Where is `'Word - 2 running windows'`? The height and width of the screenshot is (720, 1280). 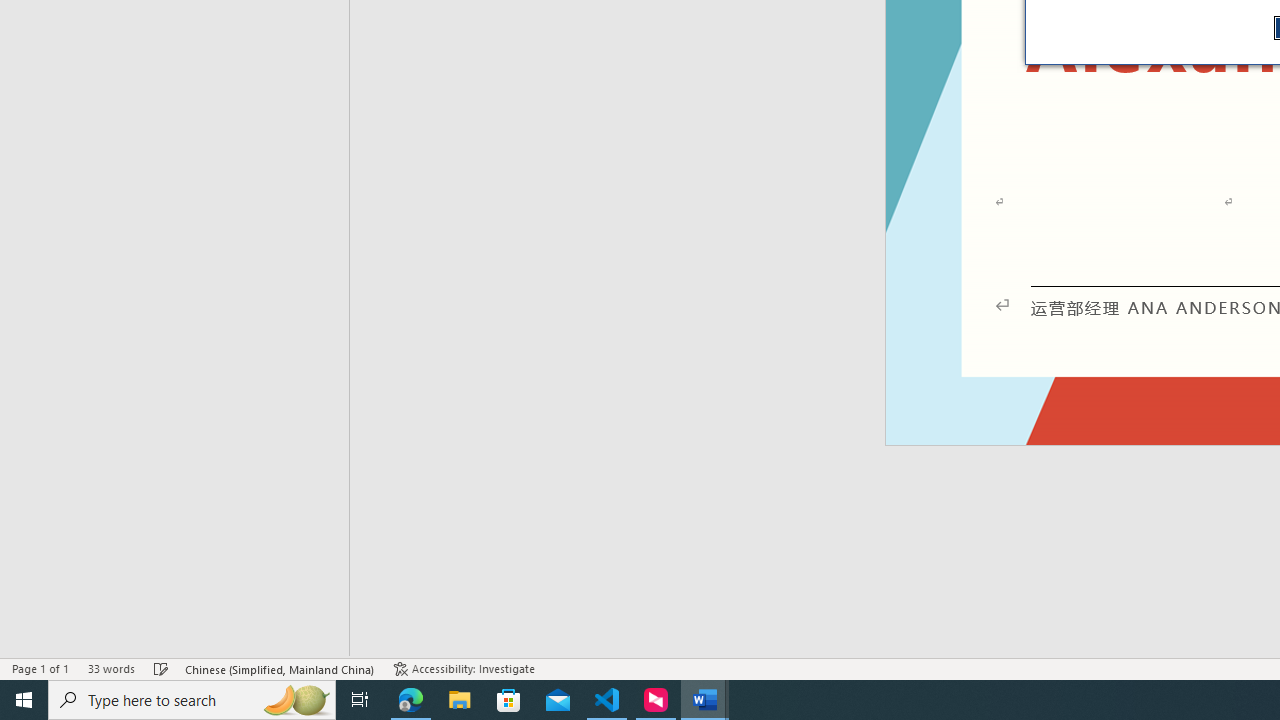 'Word - 2 running windows' is located at coordinates (705, 698).